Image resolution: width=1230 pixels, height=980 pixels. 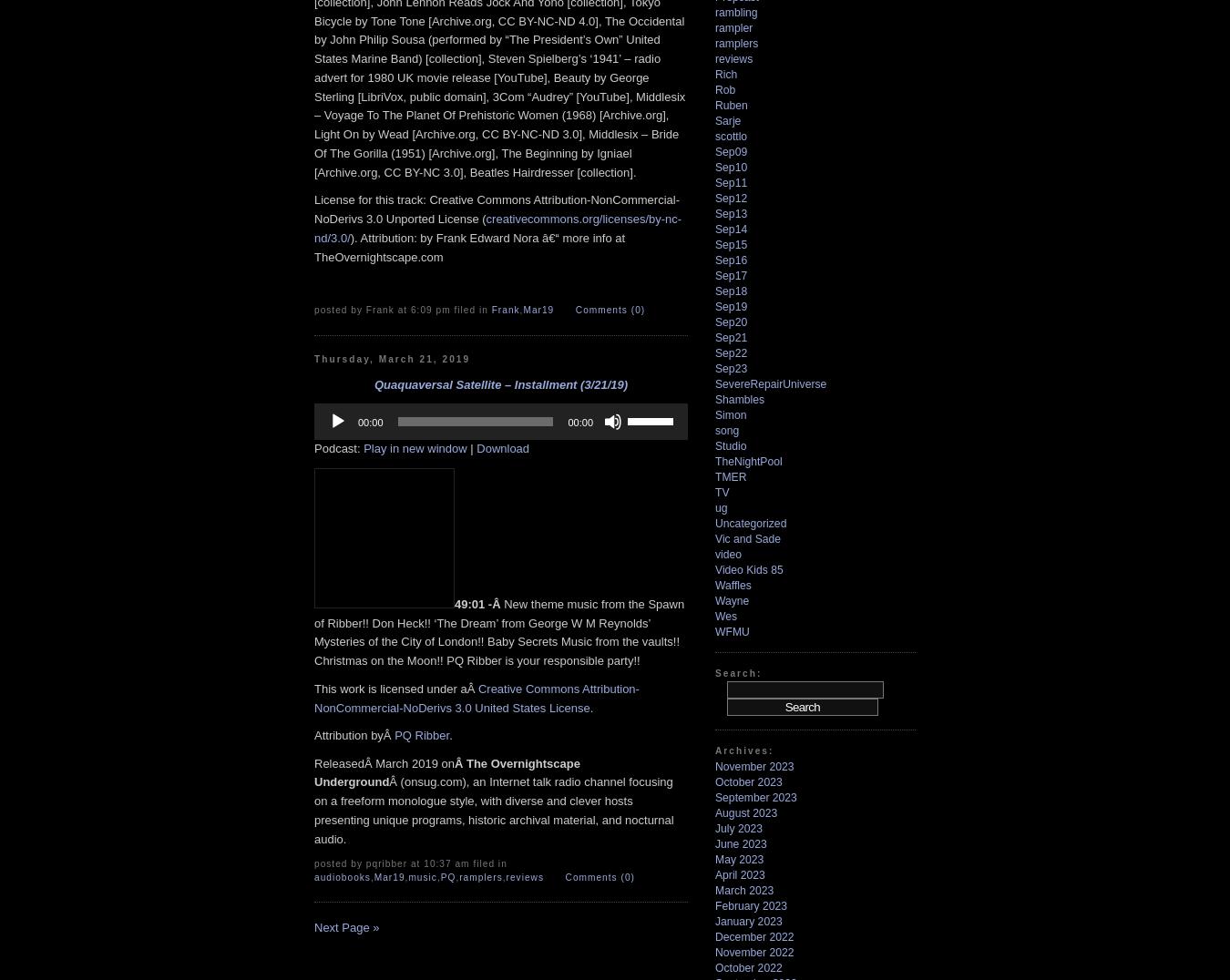 What do you see at coordinates (714, 414) in the screenshot?
I see `'Simon'` at bounding box center [714, 414].